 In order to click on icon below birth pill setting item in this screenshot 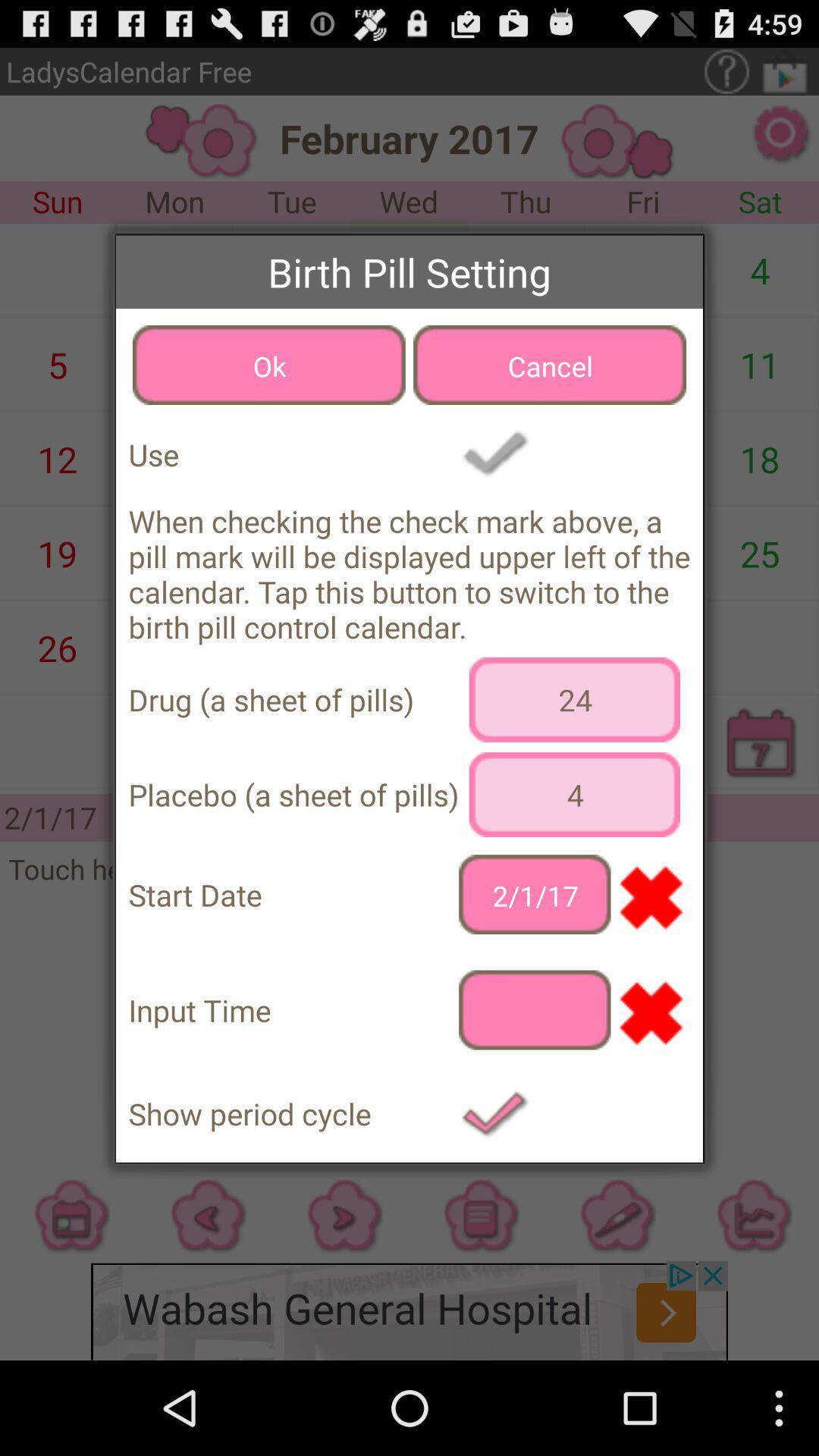, I will do `click(268, 365)`.